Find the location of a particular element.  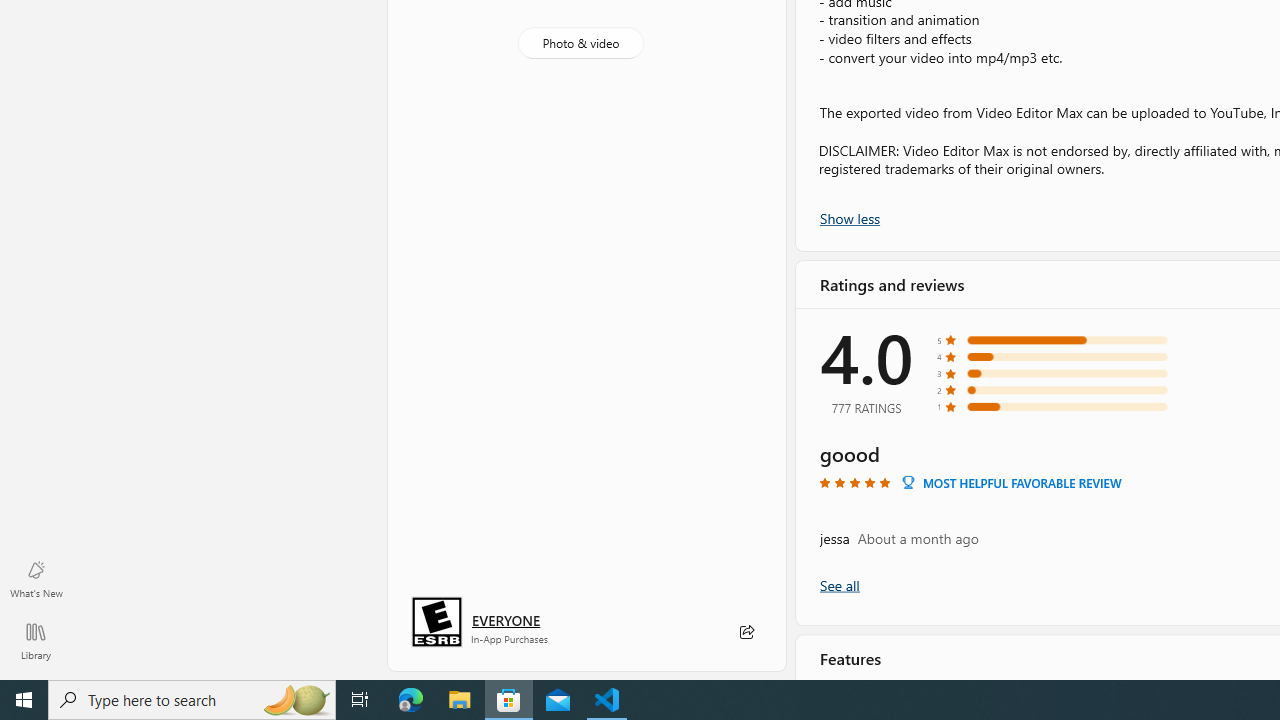

'Photo & video' is located at coordinates (578, 43).